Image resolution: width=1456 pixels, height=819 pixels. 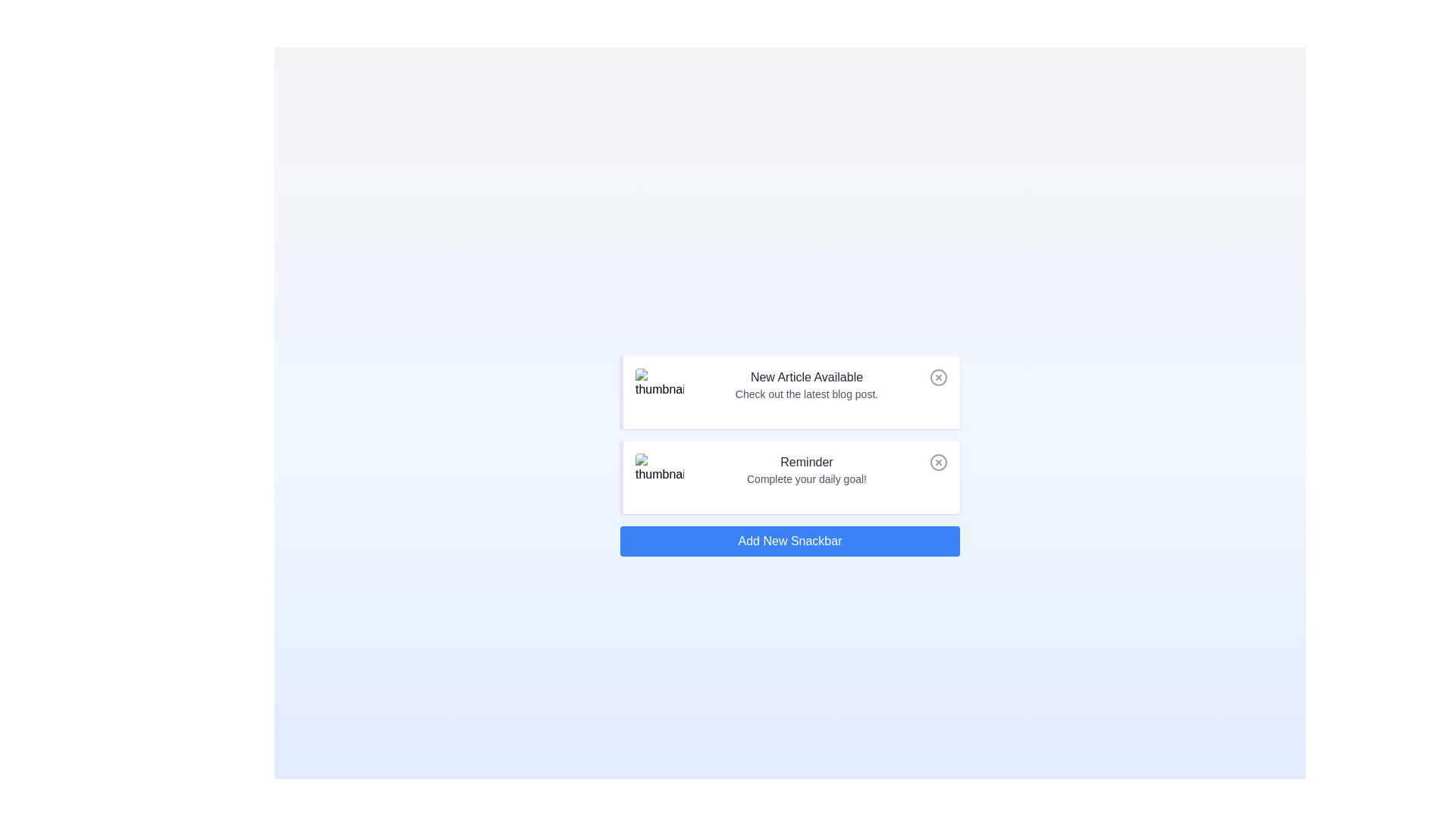 I want to click on the notification image for New Article Available, so click(x=659, y=391).